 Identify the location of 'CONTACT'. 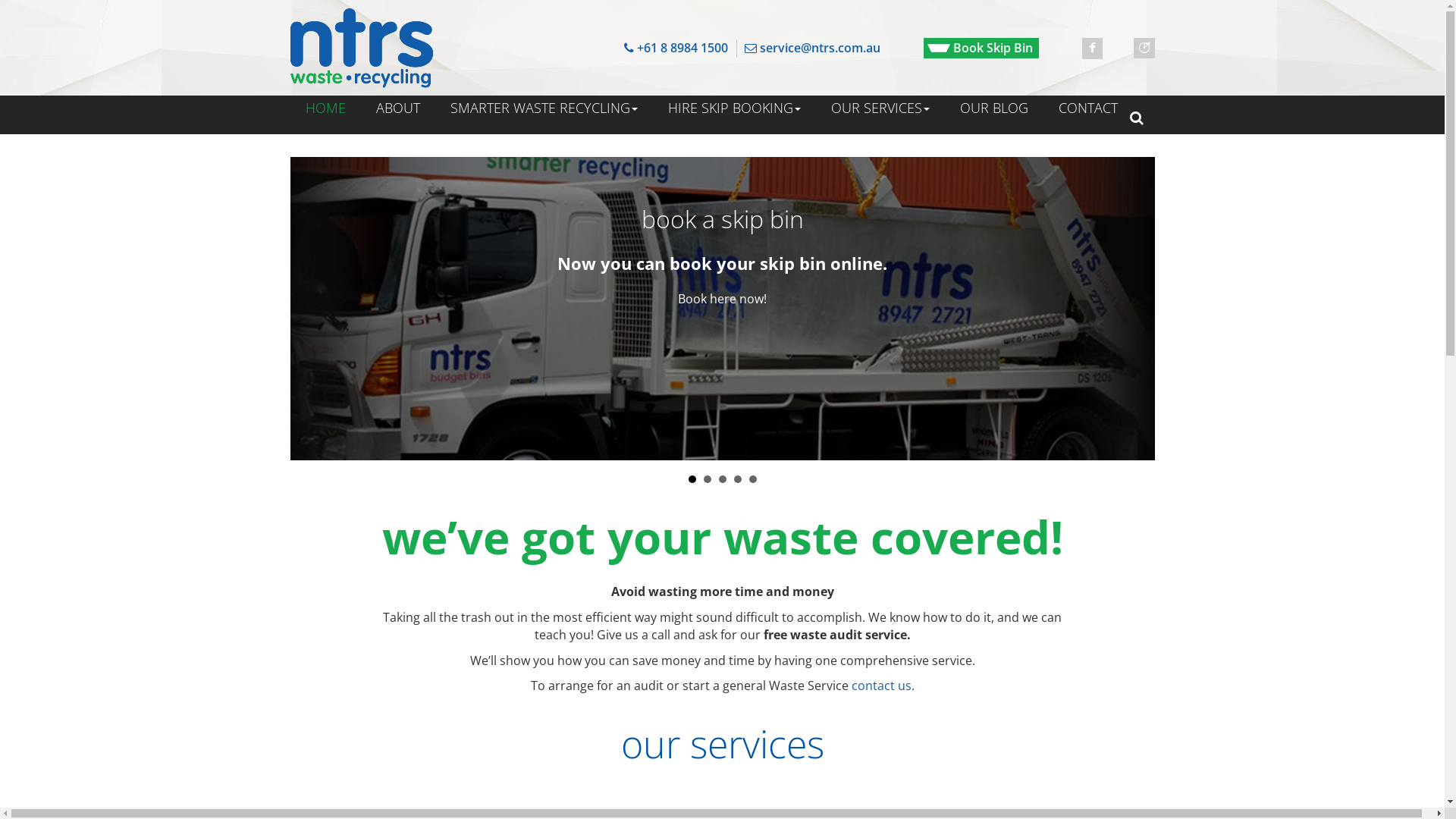
(1043, 107).